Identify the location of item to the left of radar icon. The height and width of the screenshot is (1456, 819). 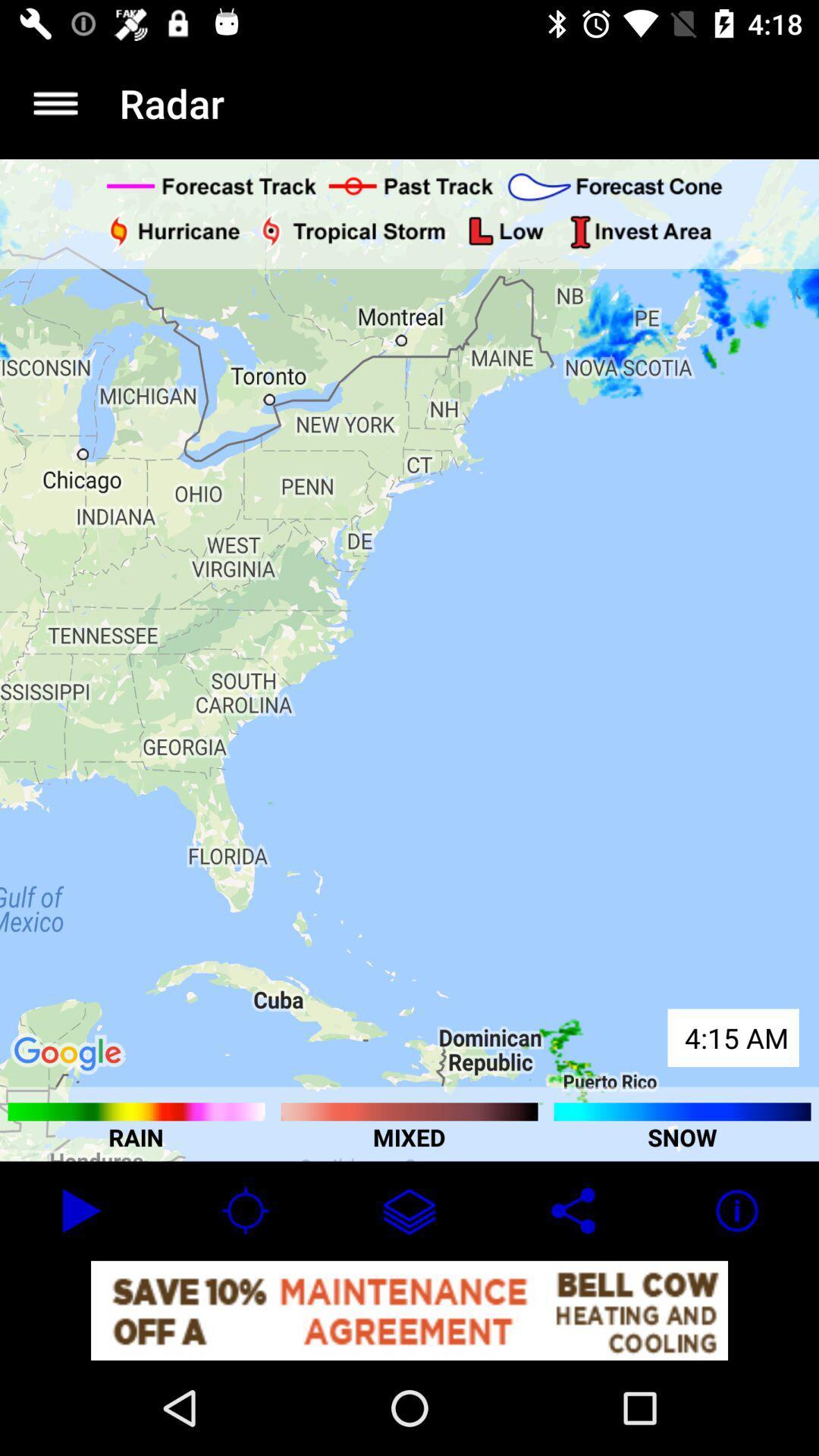
(55, 102).